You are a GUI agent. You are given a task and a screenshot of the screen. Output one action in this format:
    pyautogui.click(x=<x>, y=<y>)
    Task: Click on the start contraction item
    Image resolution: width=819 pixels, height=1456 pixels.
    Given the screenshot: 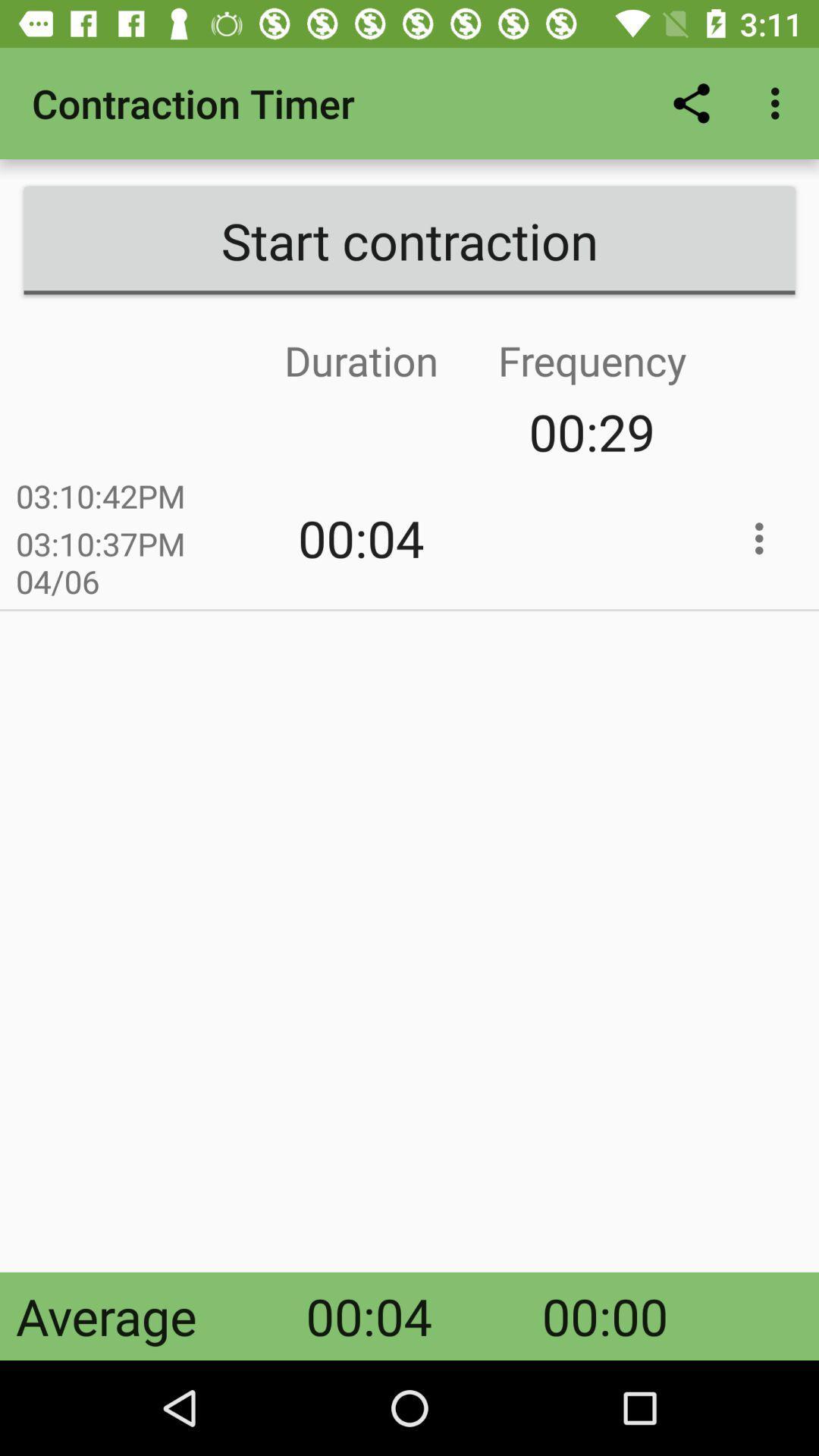 What is the action you would take?
    pyautogui.click(x=409, y=240)
    